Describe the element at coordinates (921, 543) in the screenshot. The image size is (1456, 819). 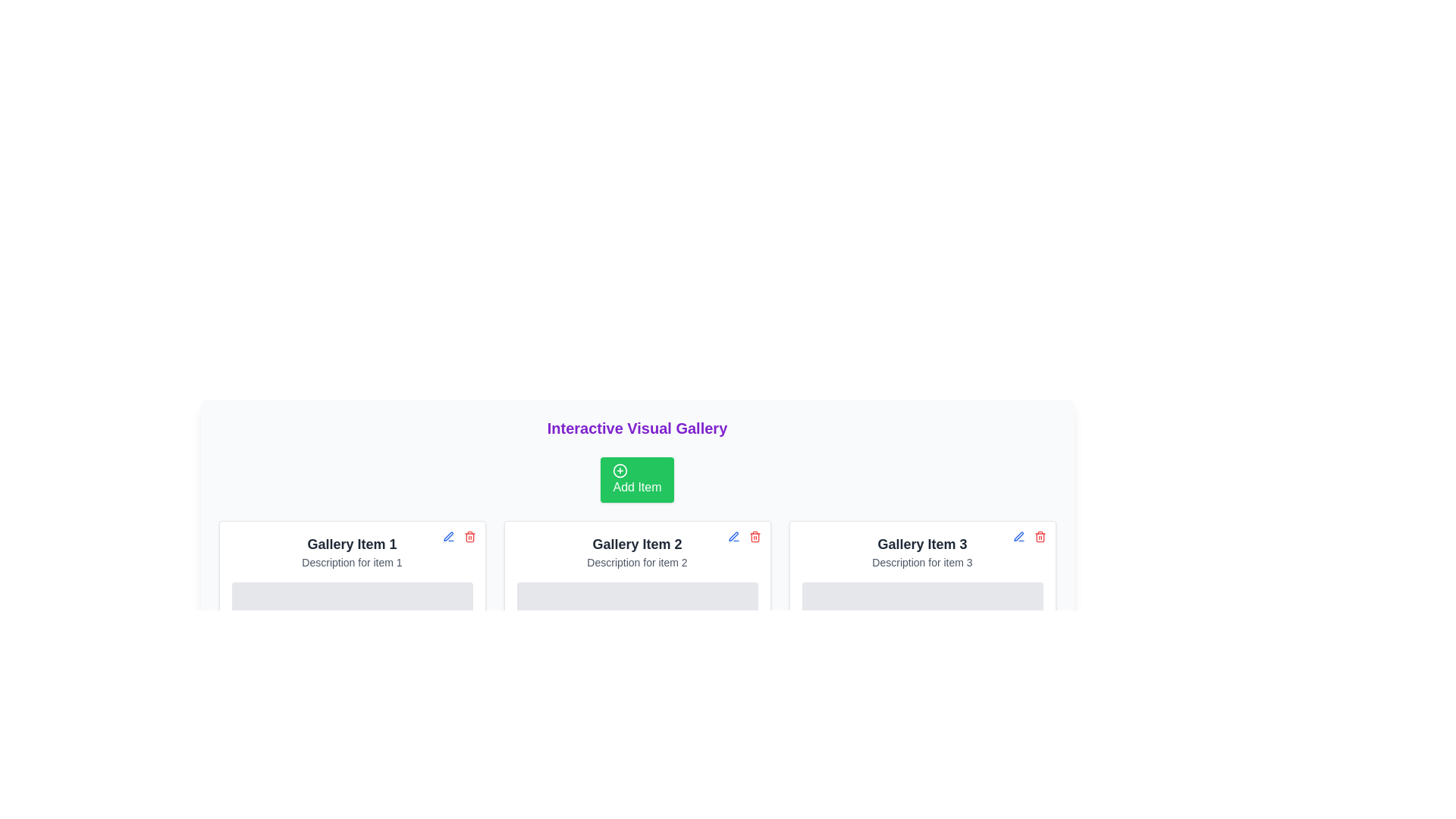
I see `the text label displaying 'Gallery Item 3', which is a bold, dark gray title within a light-colored bordered box, positioned above its descriptive text and image placeholder` at that location.